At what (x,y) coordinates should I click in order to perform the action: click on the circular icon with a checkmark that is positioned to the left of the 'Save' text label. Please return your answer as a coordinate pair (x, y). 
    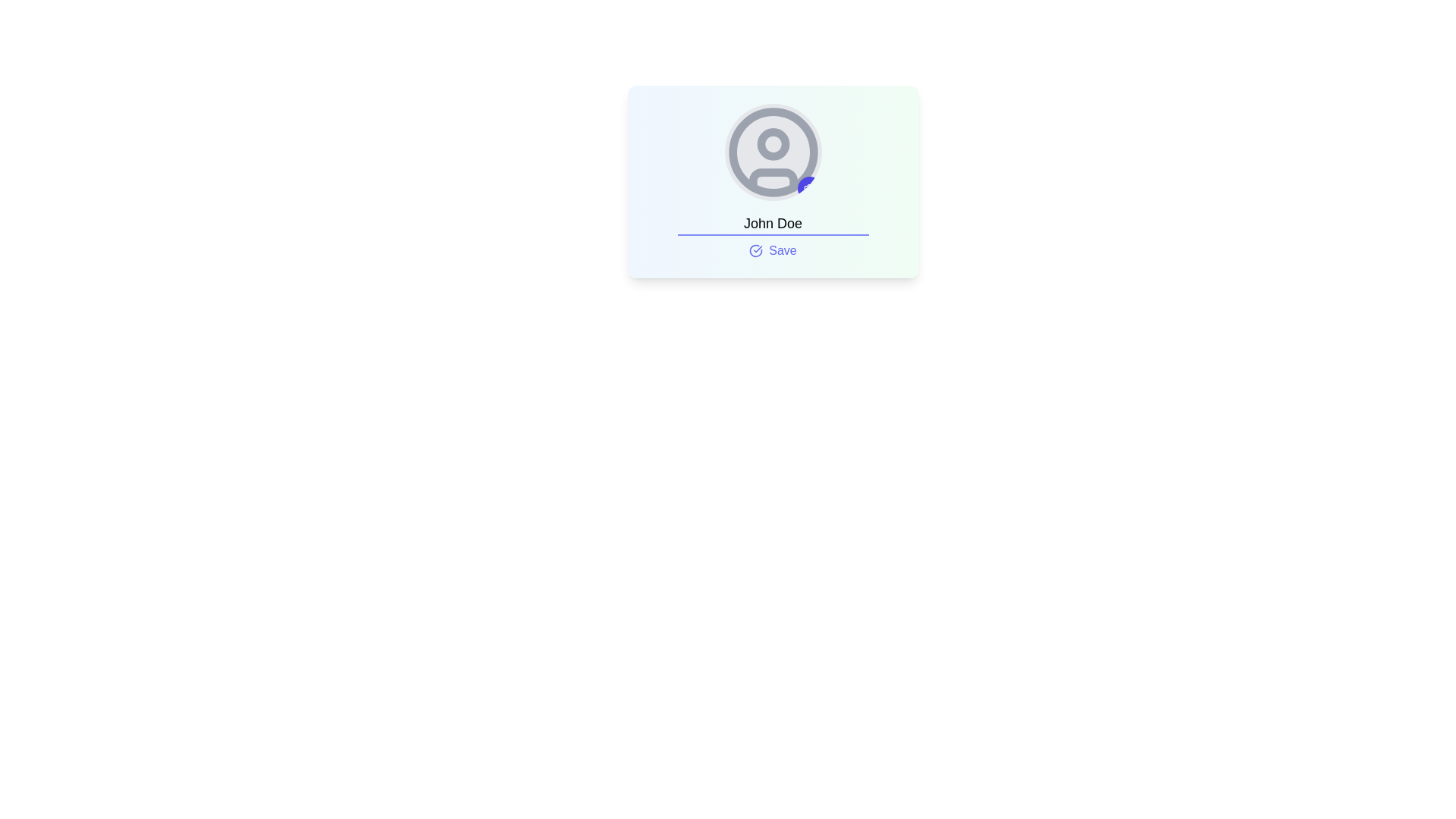
    Looking at the image, I should click on (756, 250).